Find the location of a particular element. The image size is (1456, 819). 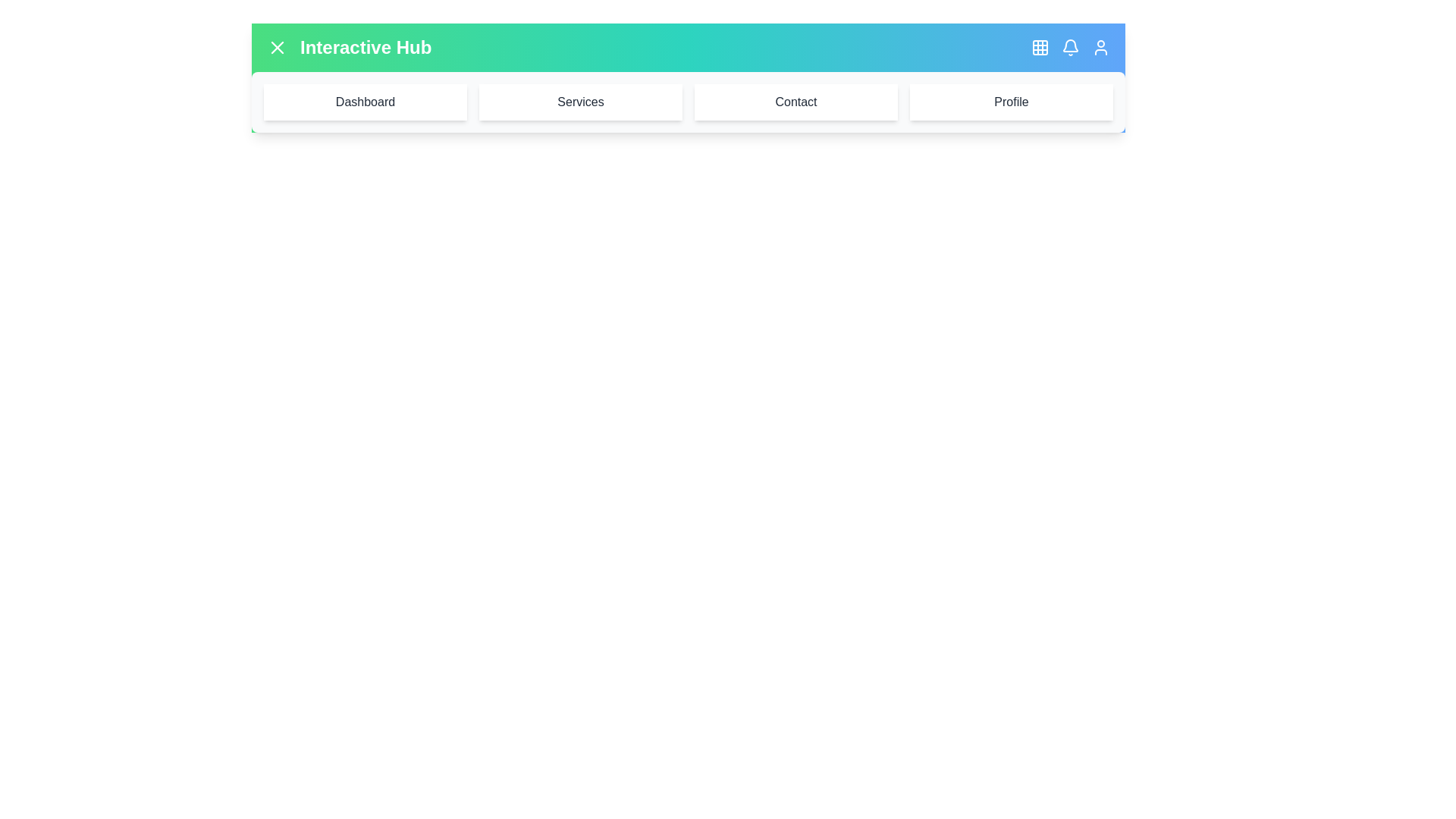

the title text 'Interactive Hub' to interact with it is located at coordinates (365, 46).